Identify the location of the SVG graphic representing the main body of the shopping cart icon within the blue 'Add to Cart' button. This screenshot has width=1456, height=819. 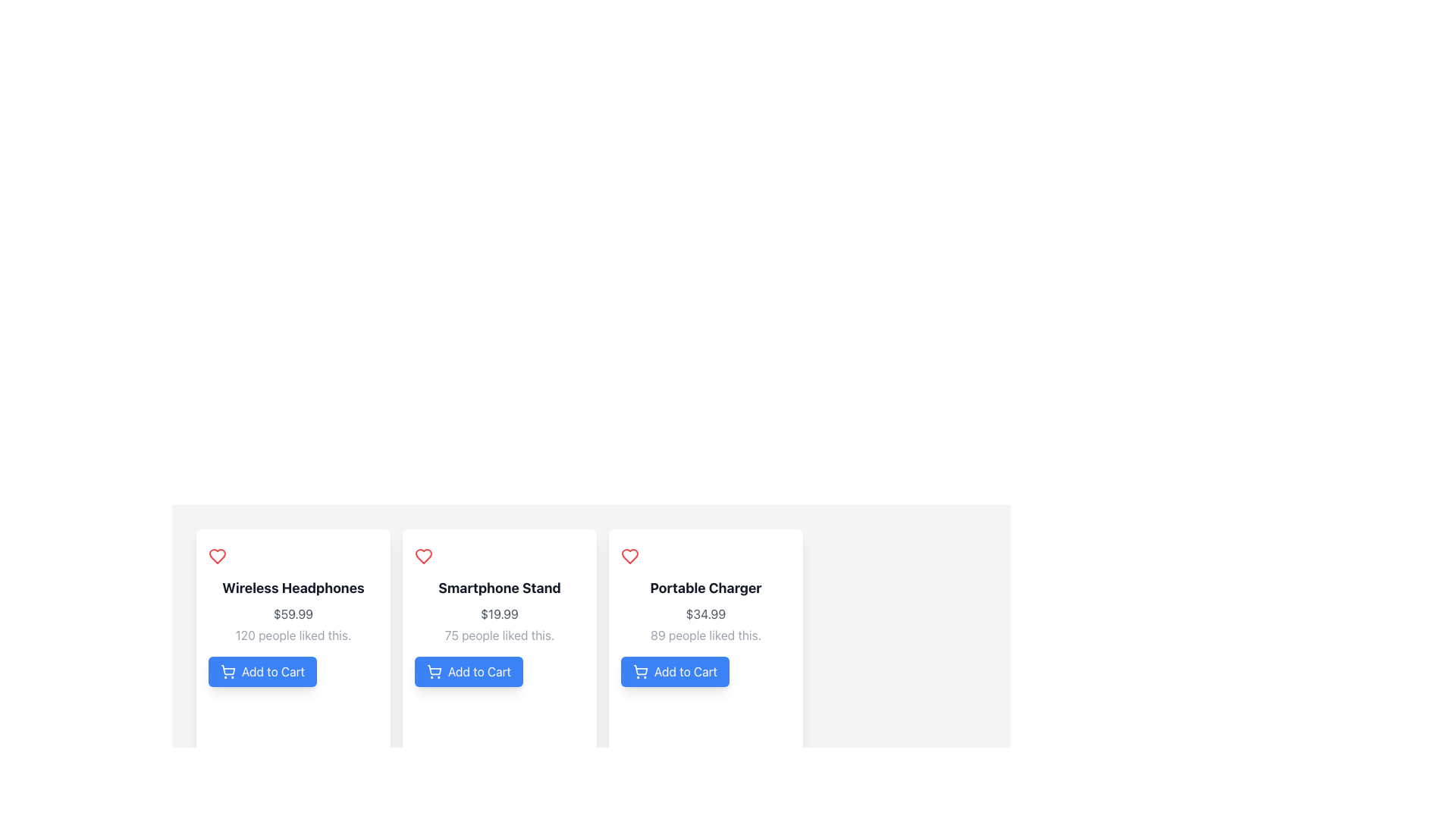
(434, 669).